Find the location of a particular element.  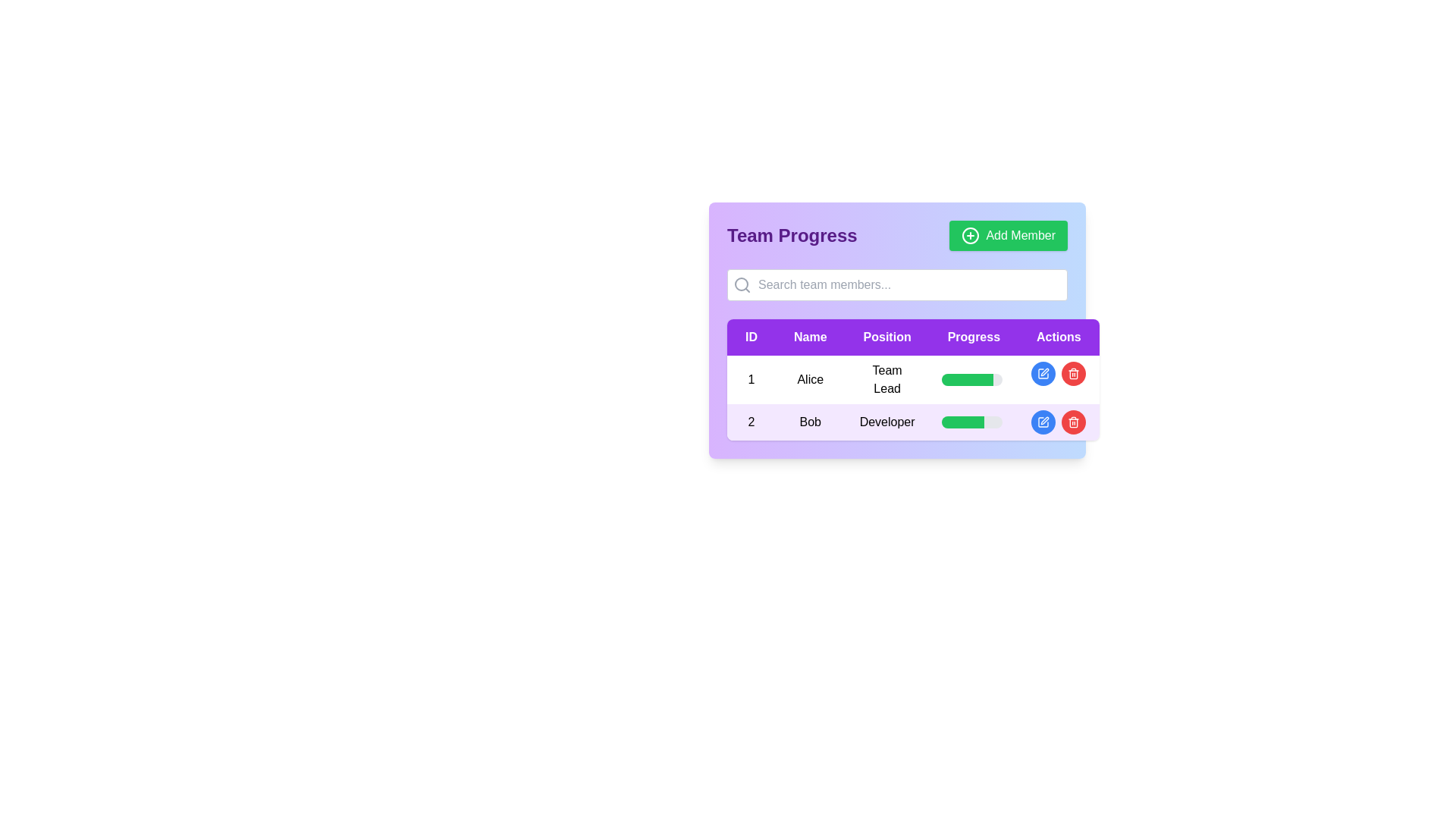

the trash can icon button located in the second row of the table under the 'Actions' column, which is situated to the right of a blue pencil edit icon within a circular red background is located at coordinates (1073, 374).